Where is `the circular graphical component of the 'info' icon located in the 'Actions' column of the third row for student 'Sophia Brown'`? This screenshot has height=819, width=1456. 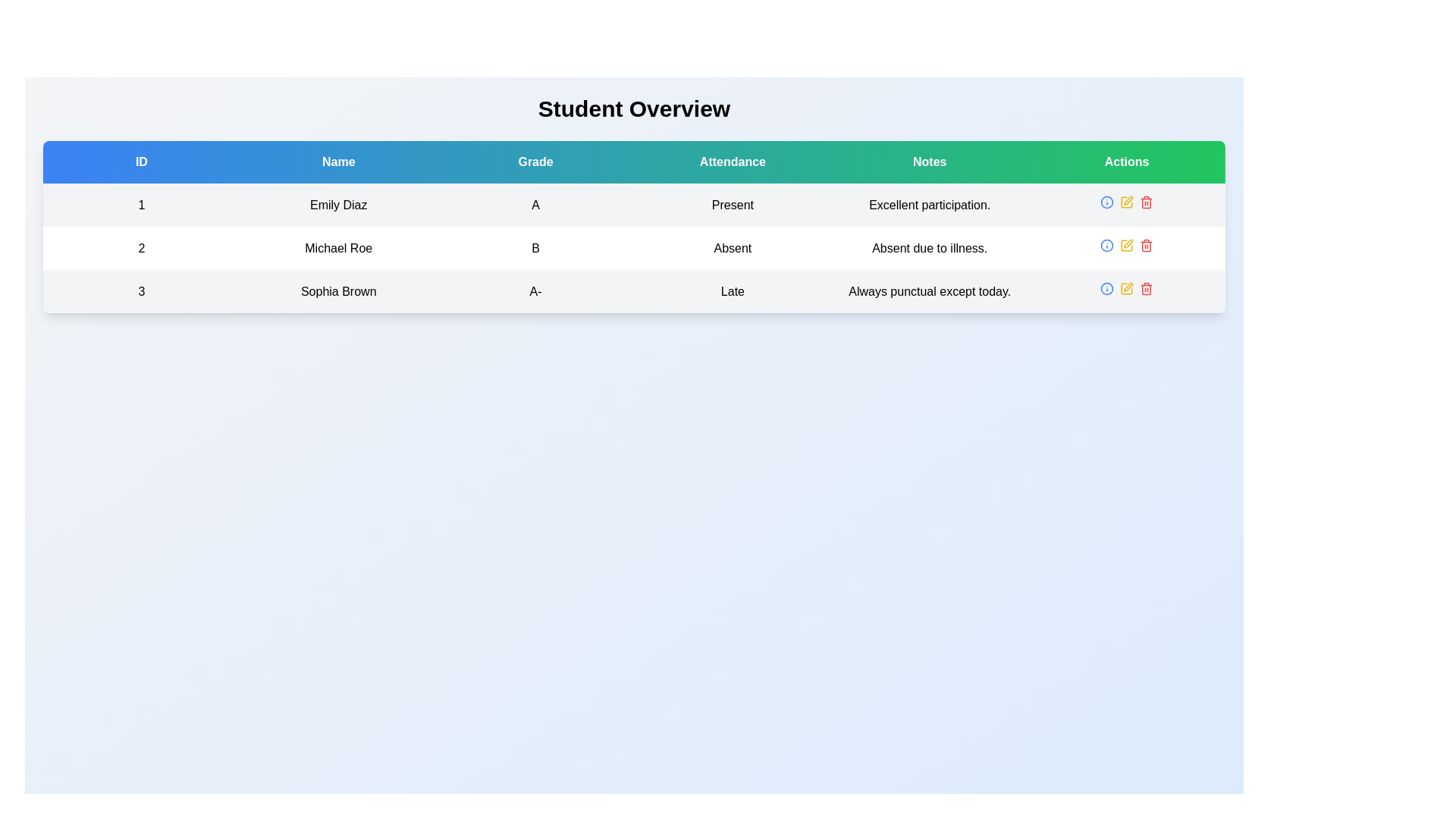
the circular graphical component of the 'info' icon located in the 'Actions' column of the third row for student 'Sophia Brown' is located at coordinates (1106, 245).